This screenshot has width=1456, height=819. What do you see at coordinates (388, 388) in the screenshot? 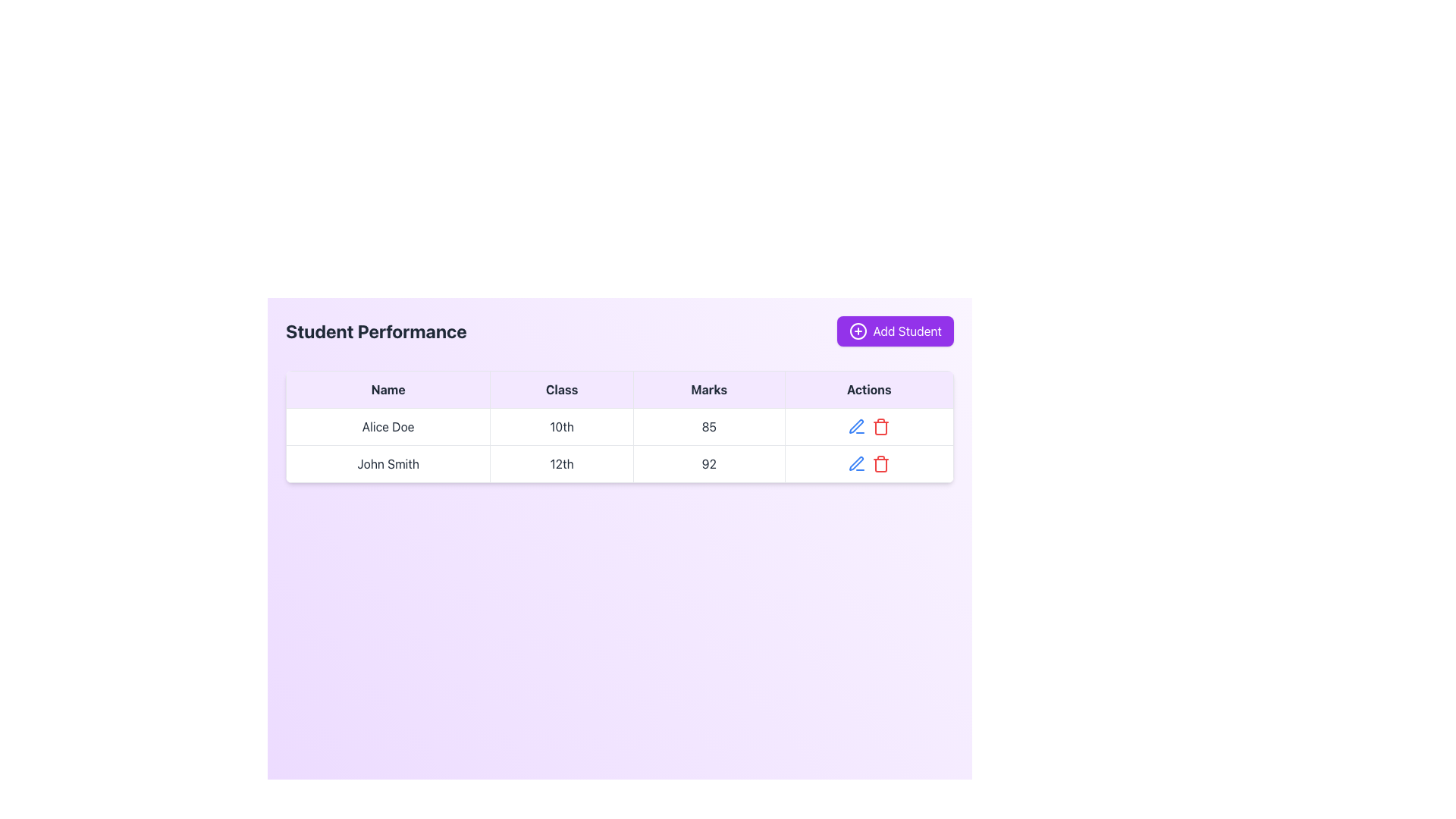
I see `the first column header of the table` at bounding box center [388, 388].